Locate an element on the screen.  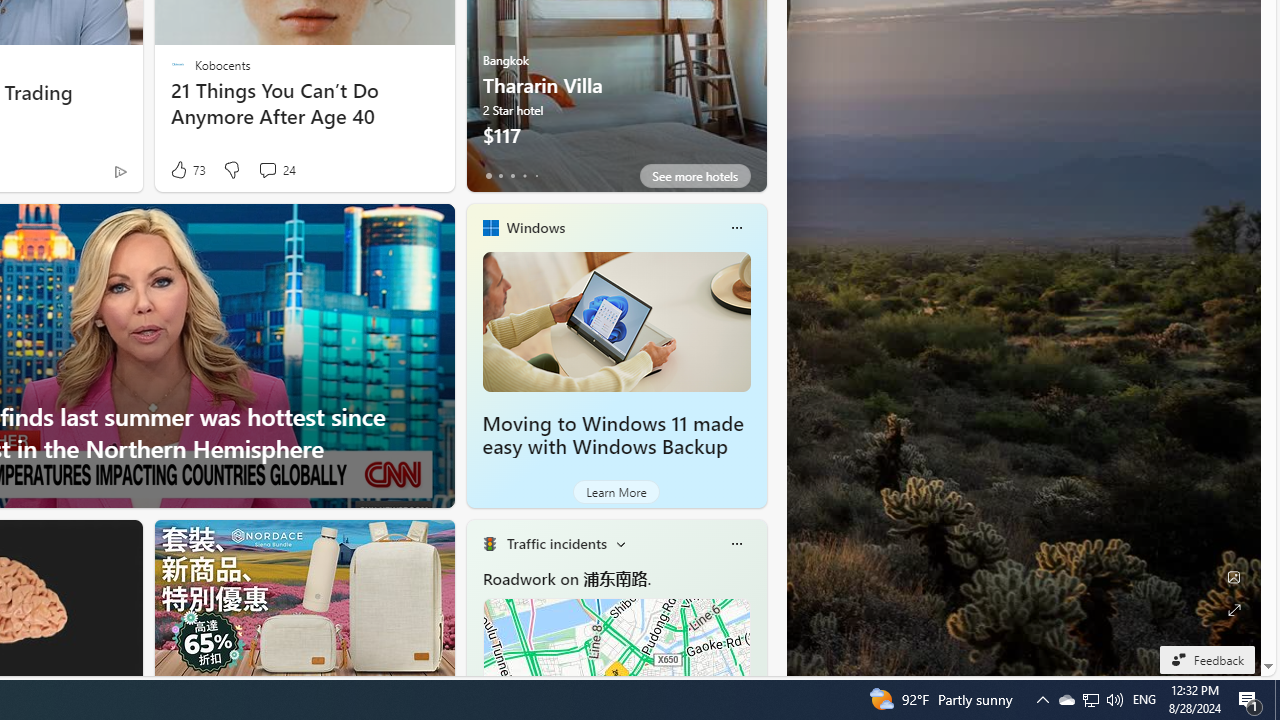
'73 Like' is located at coordinates (186, 169).